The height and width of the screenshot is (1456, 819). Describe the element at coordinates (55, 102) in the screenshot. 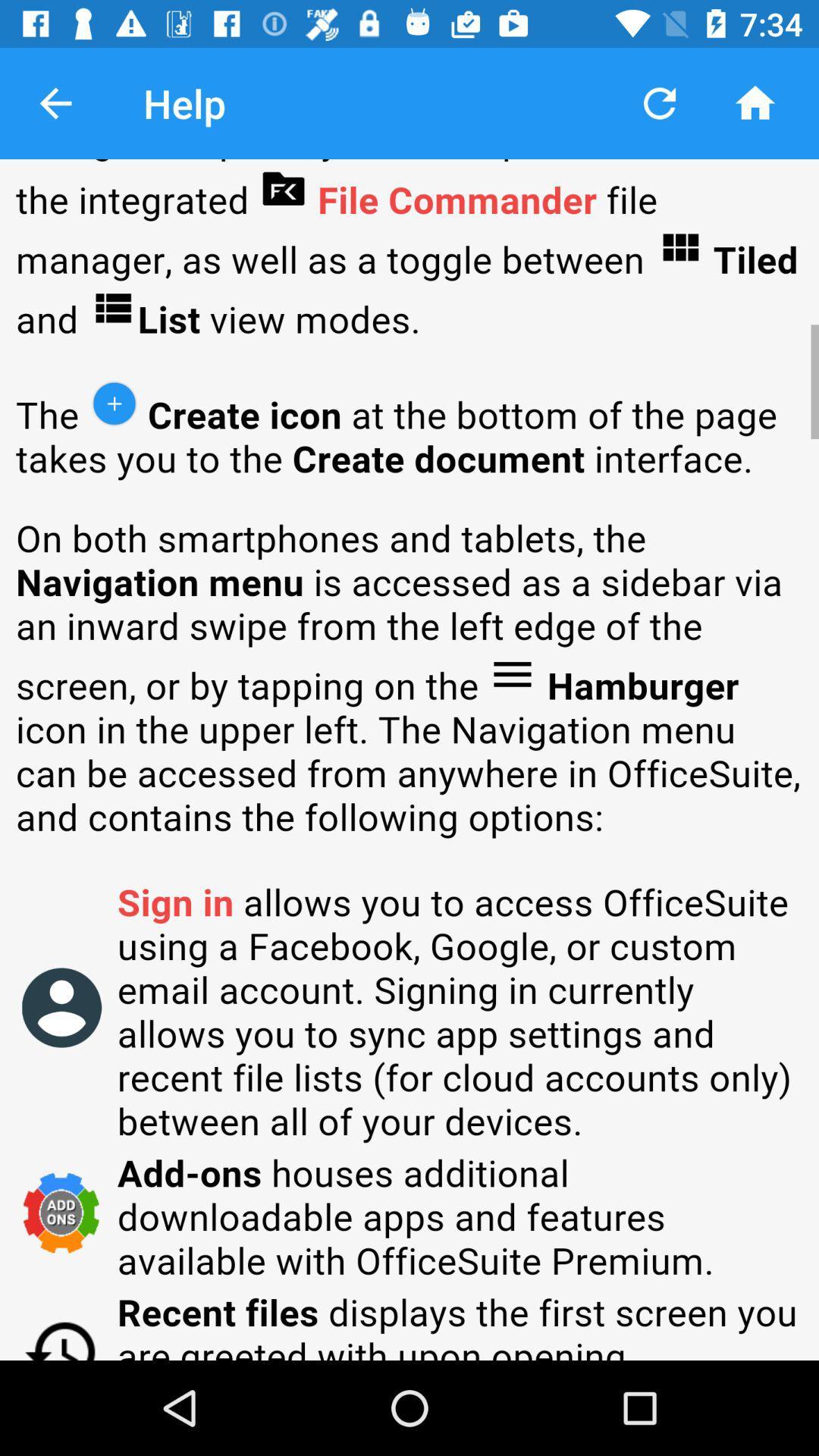

I see `go back` at that location.